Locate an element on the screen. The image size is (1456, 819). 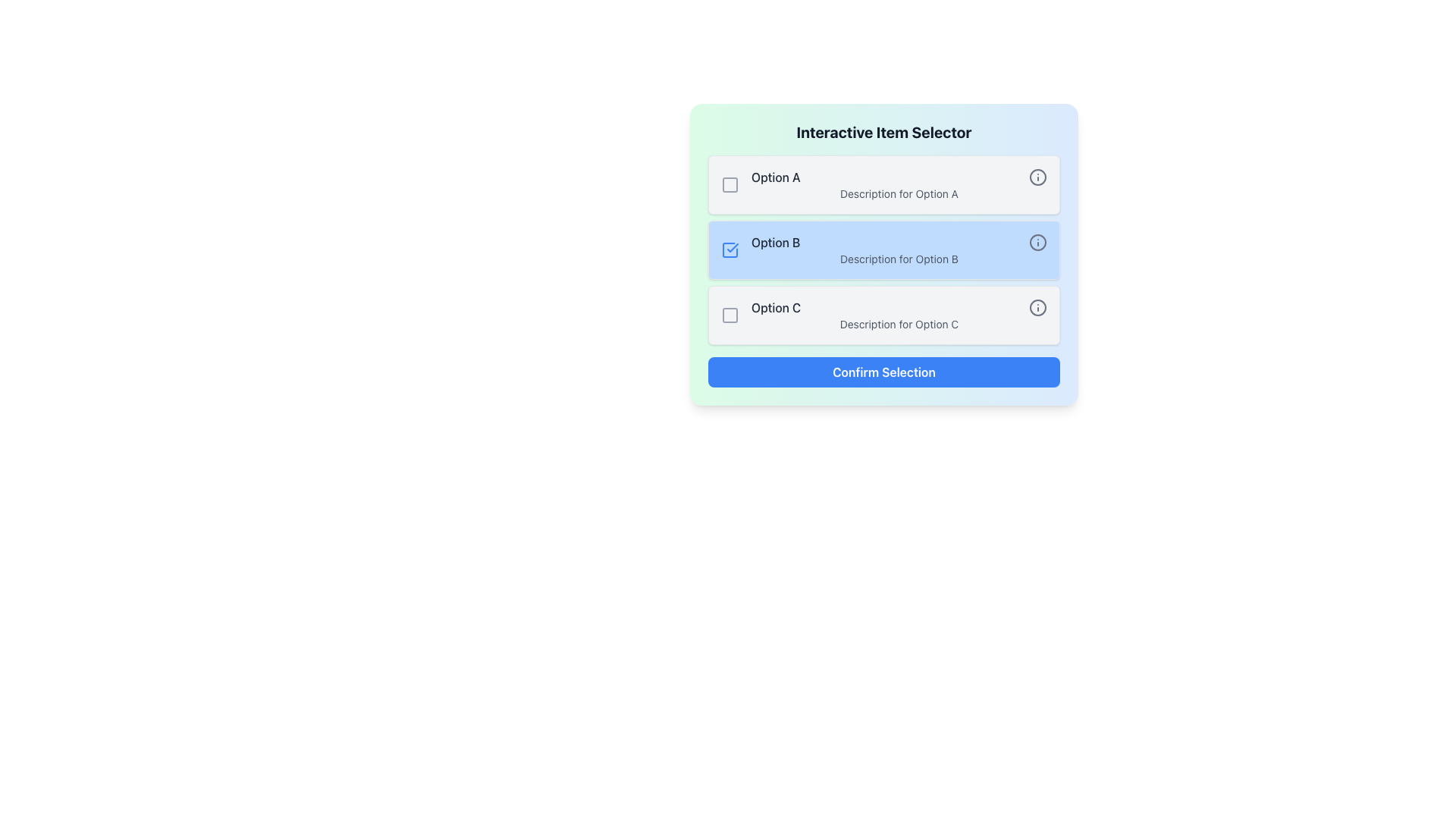
the gray-colored SVG circle icon in the far-right section of the 'Option A' row within the 'Interactive Item Selector' UI component is located at coordinates (1037, 177).